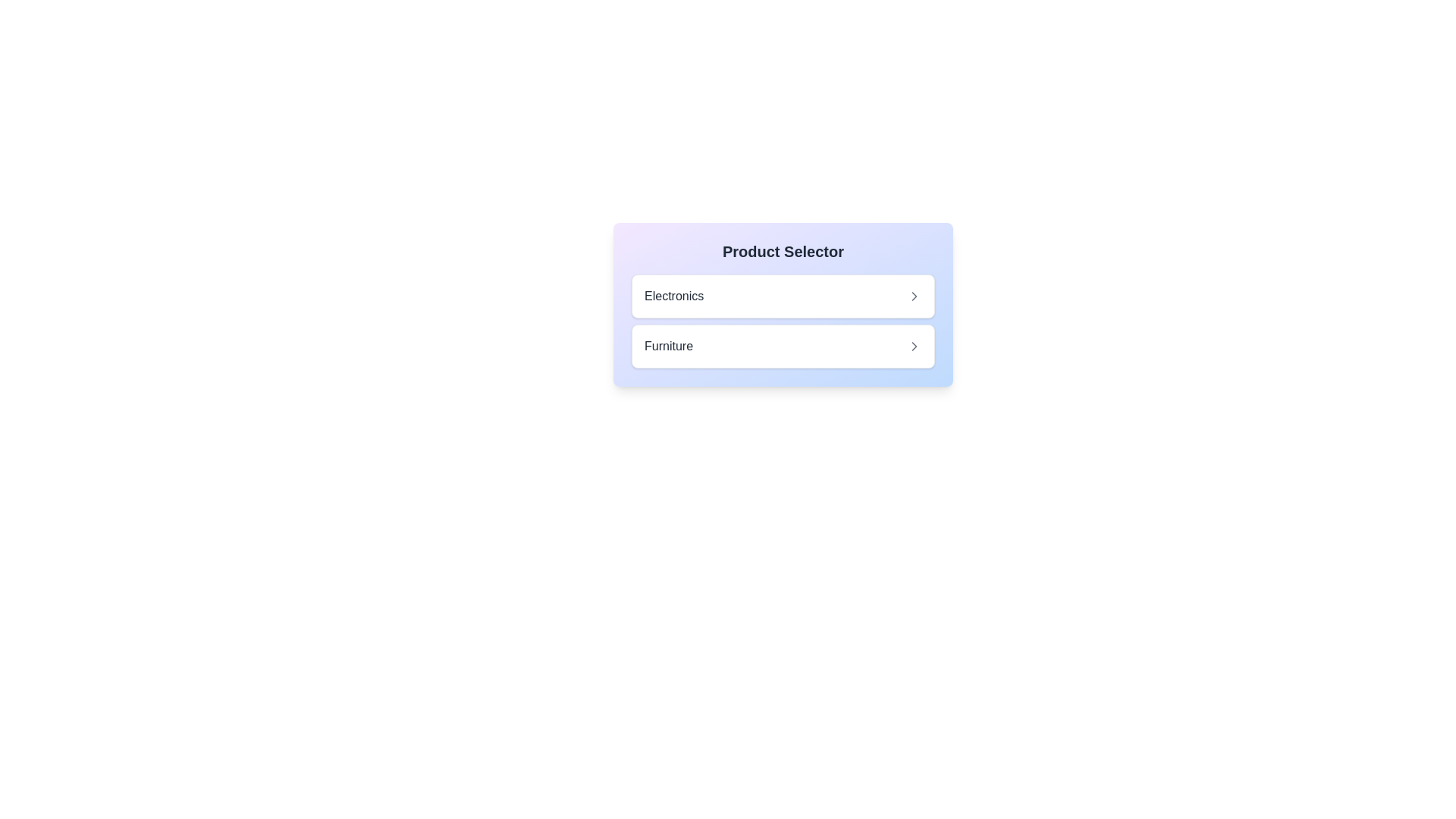 The height and width of the screenshot is (819, 1456). Describe the element at coordinates (913, 296) in the screenshot. I see `the rightward-pointing chevron arrow icon located at the far right of the 'Electronics' dropdown option` at that location.